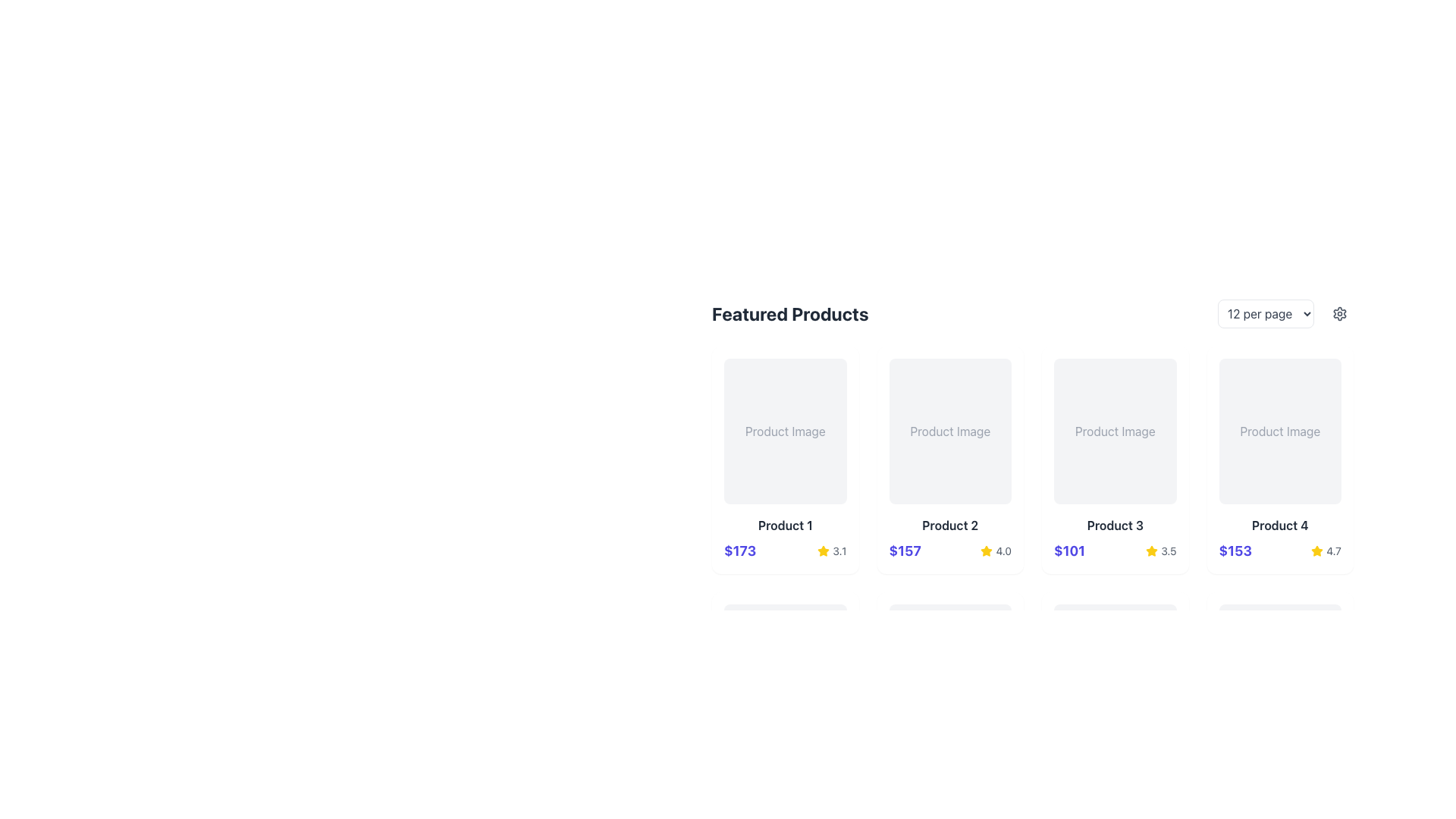  Describe the element at coordinates (1333, 551) in the screenshot. I see `the text label displaying the rating score for Product 4, located under the product details section next to the price information` at that location.